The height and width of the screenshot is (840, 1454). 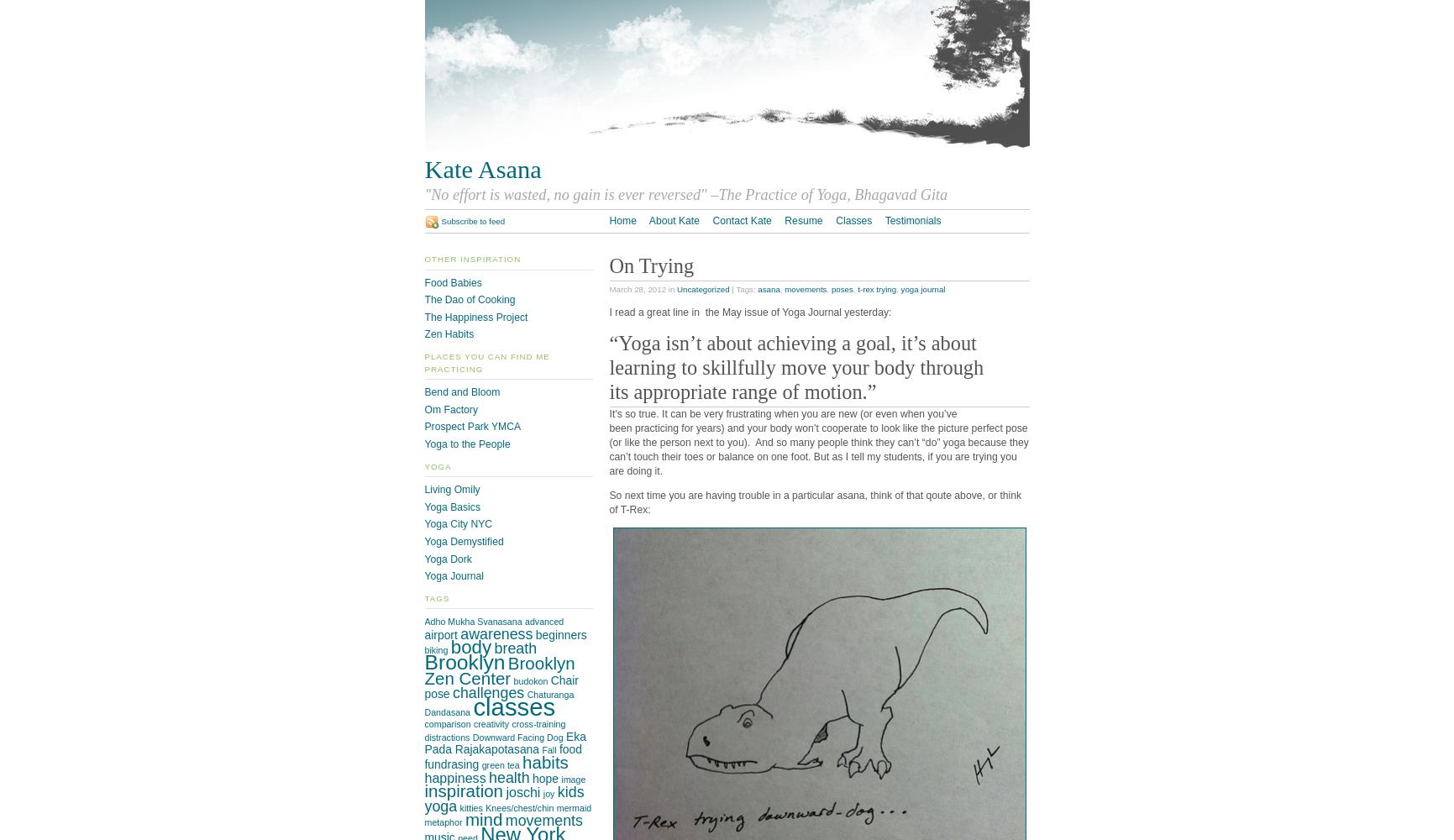 I want to click on 'breath', so click(x=514, y=648).